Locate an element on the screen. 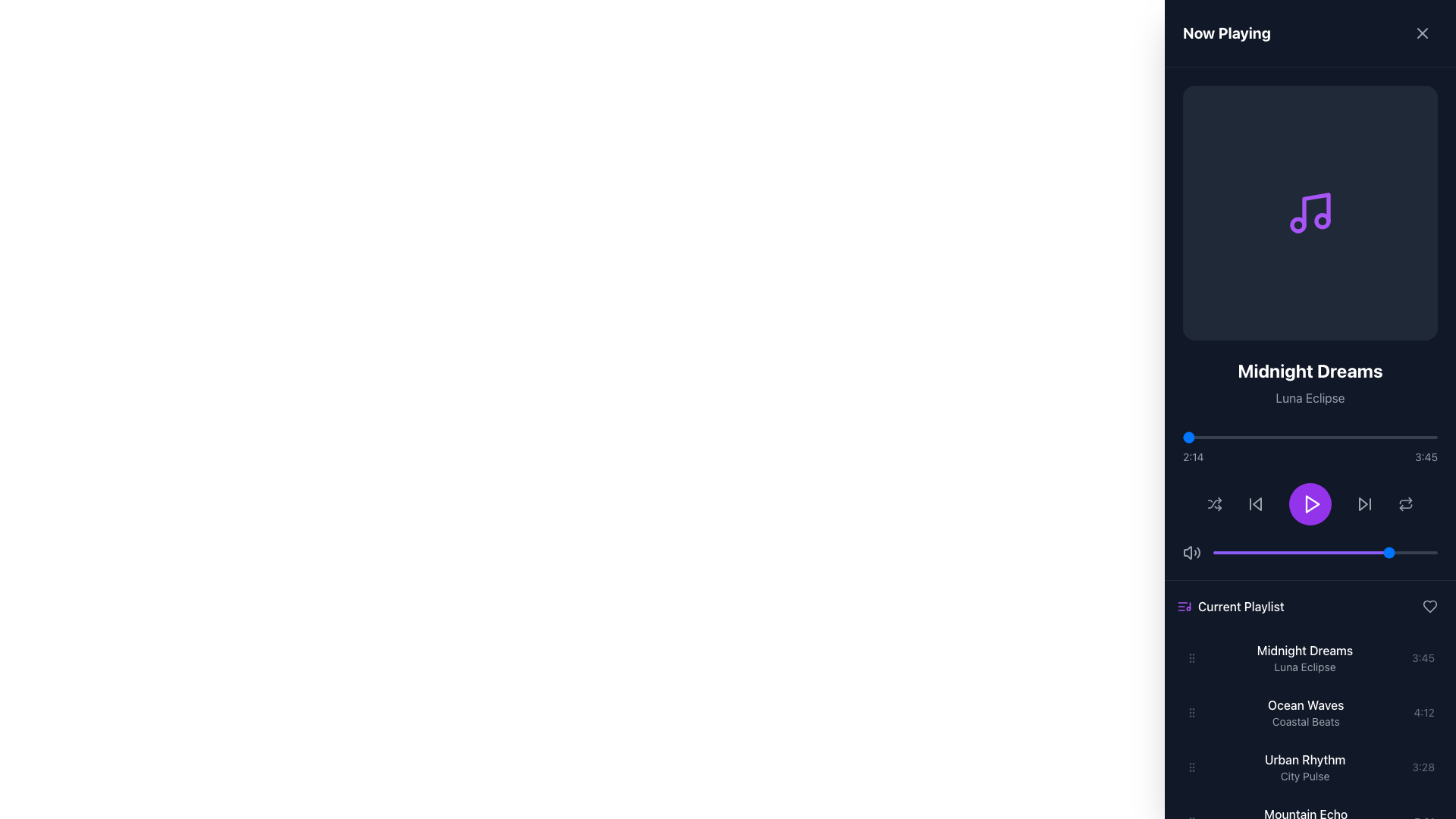 The image size is (1456, 819). the playback progress is located at coordinates (1216, 438).